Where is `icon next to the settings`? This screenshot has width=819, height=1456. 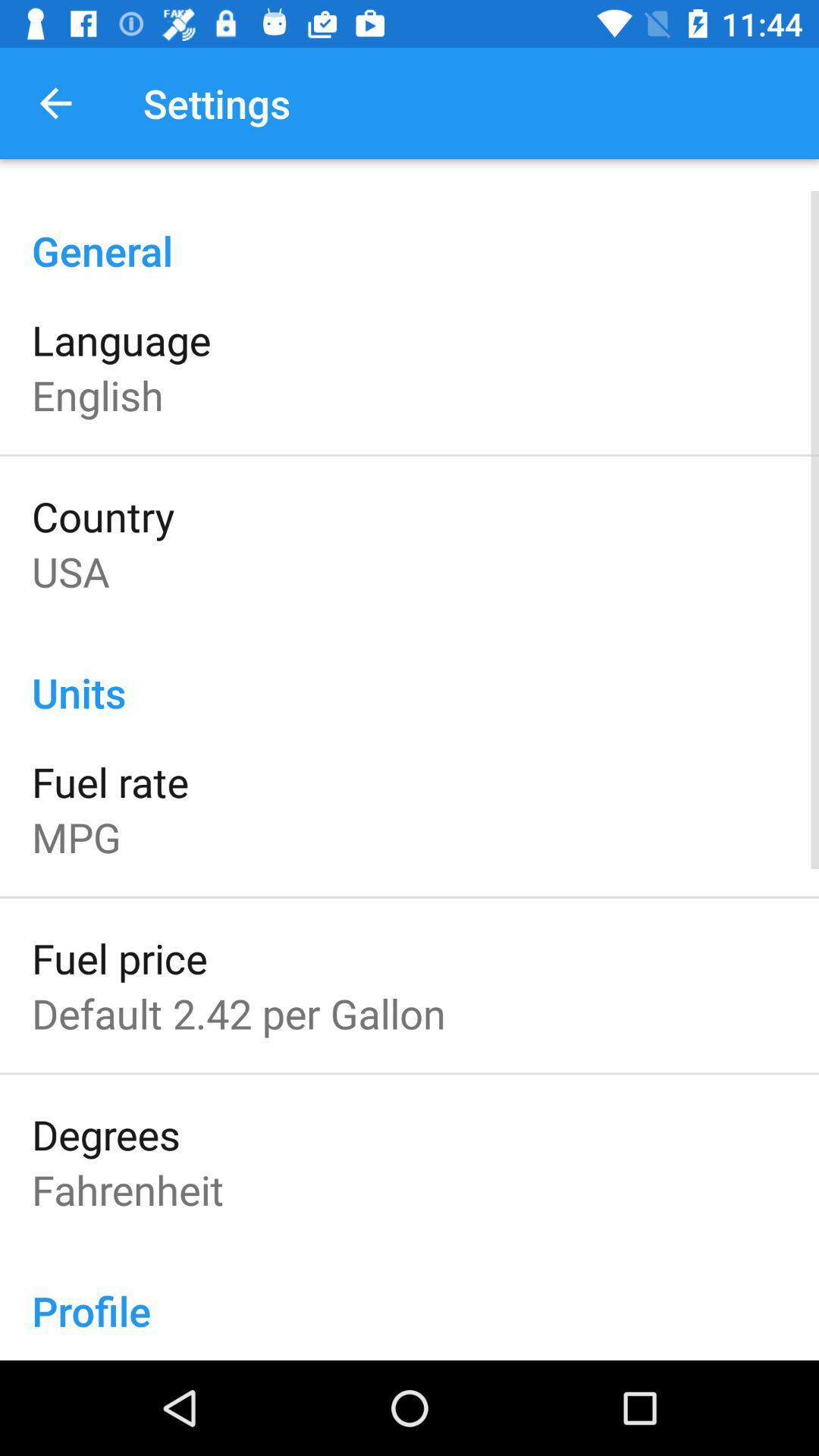 icon next to the settings is located at coordinates (55, 102).